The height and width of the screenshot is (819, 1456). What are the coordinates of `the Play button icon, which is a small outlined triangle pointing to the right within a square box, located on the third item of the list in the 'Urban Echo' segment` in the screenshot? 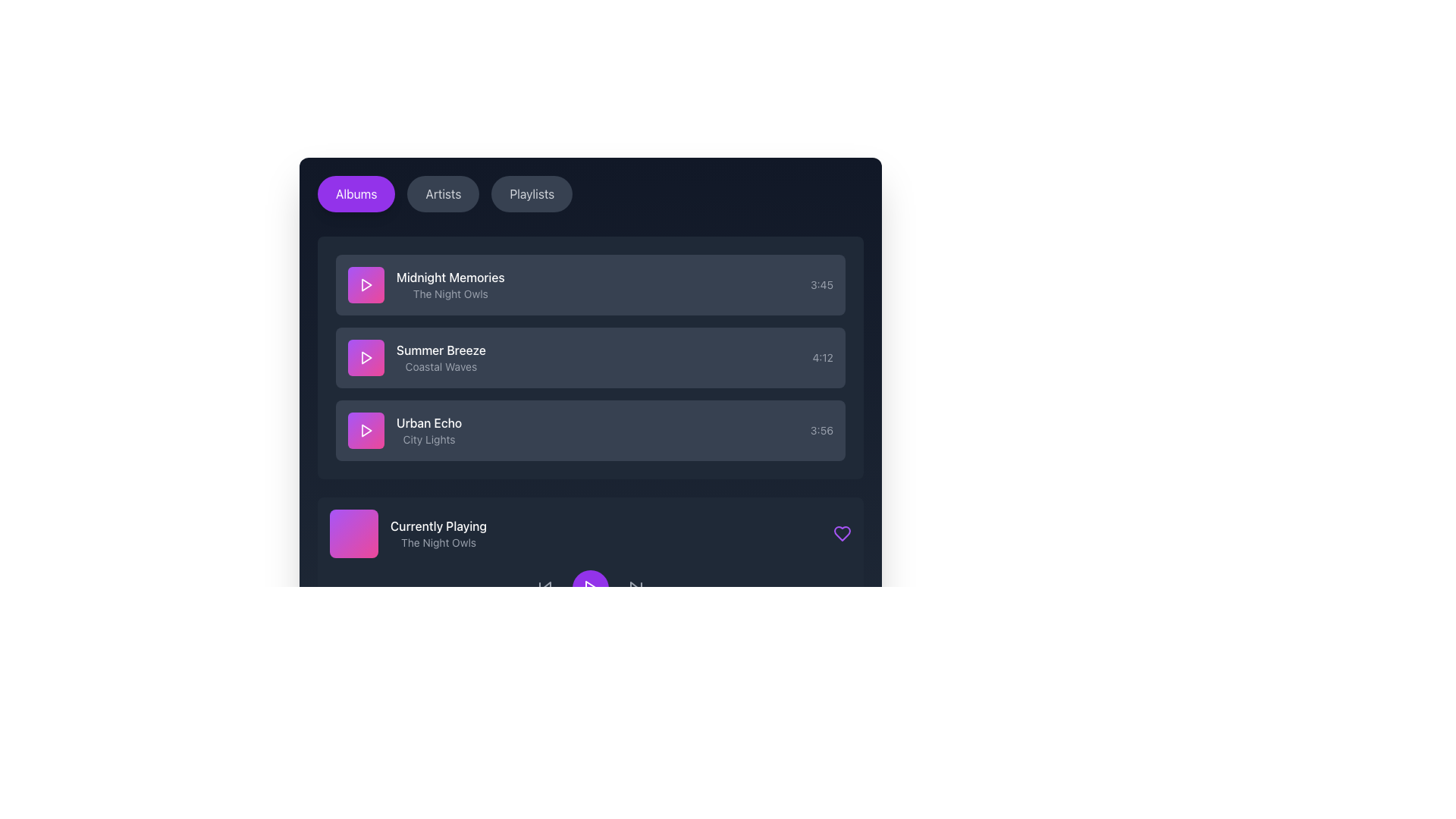 It's located at (366, 430).